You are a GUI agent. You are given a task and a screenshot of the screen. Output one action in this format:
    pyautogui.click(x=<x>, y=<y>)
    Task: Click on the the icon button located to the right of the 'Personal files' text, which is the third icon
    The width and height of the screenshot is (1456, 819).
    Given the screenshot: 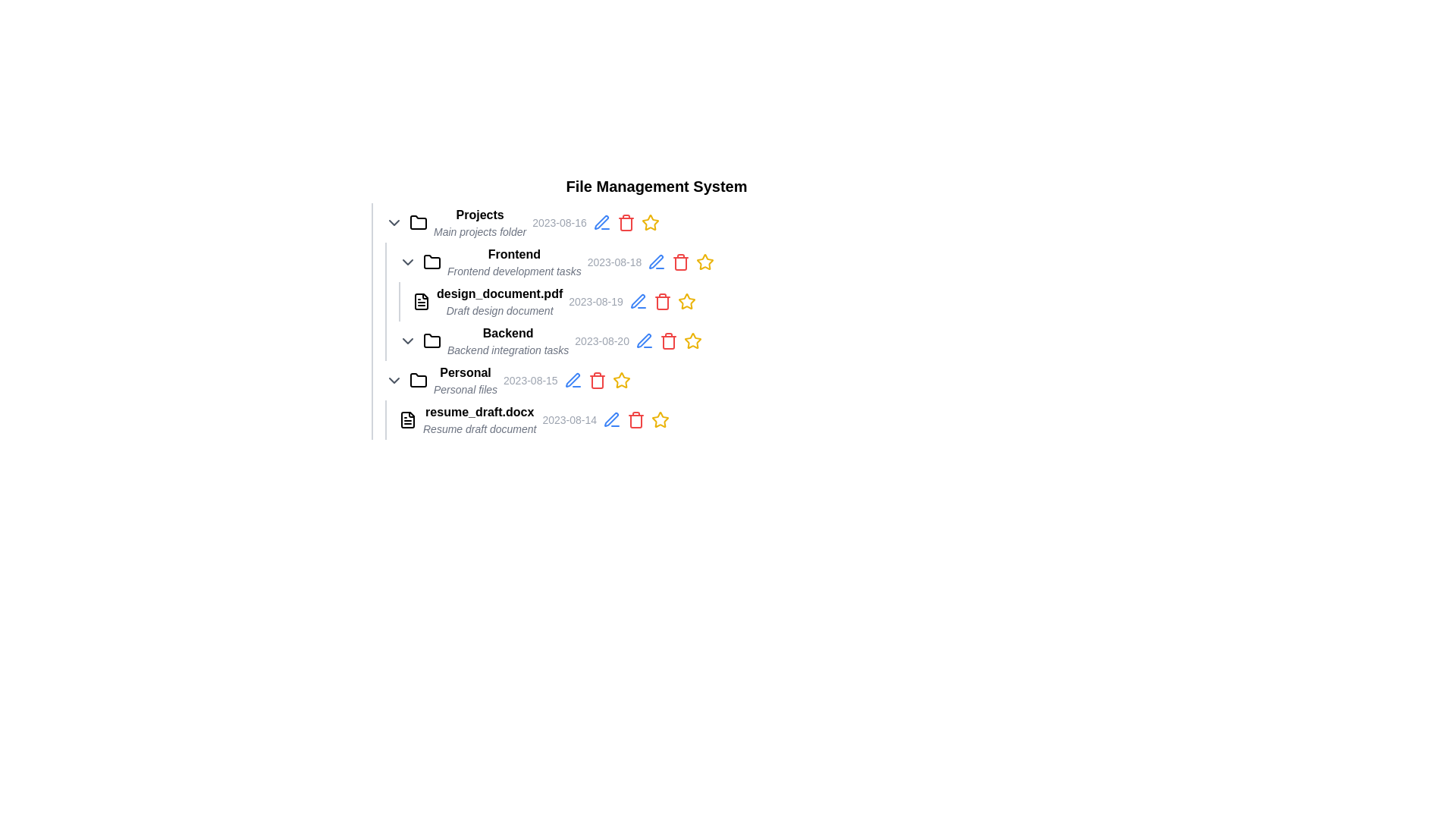 What is the action you would take?
    pyautogui.click(x=572, y=379)
    